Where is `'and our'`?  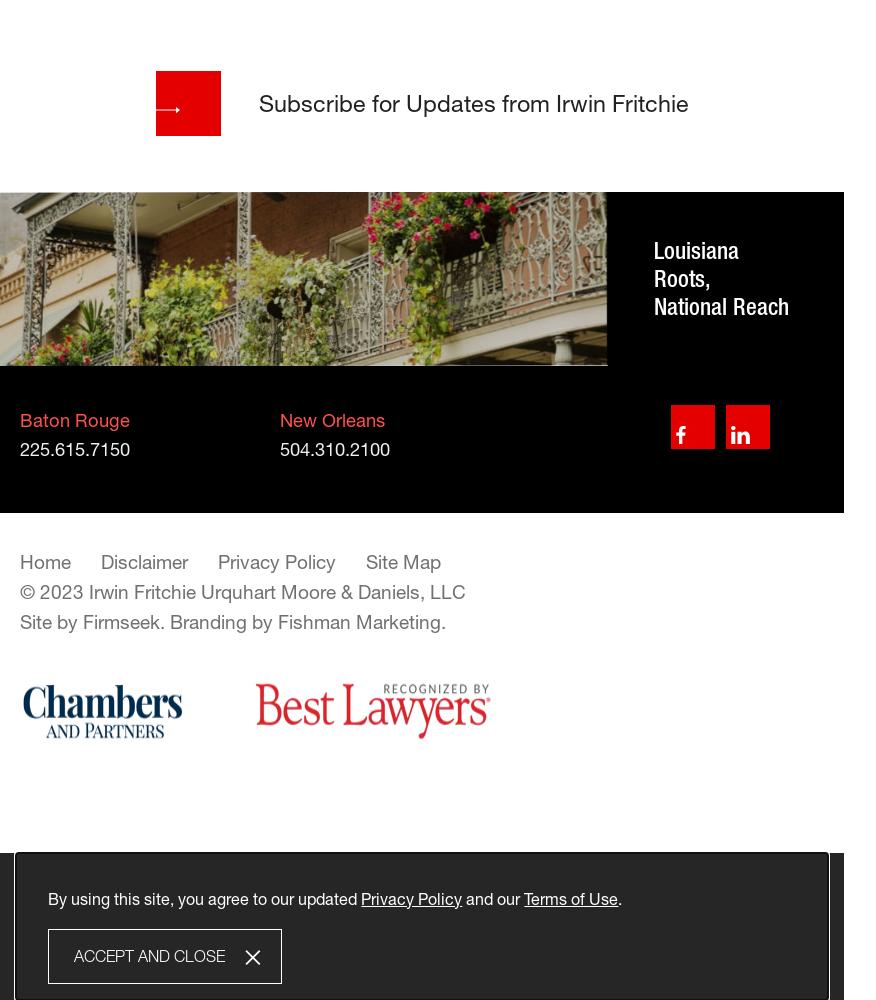
'and our' is located at coordinates (492, 897).